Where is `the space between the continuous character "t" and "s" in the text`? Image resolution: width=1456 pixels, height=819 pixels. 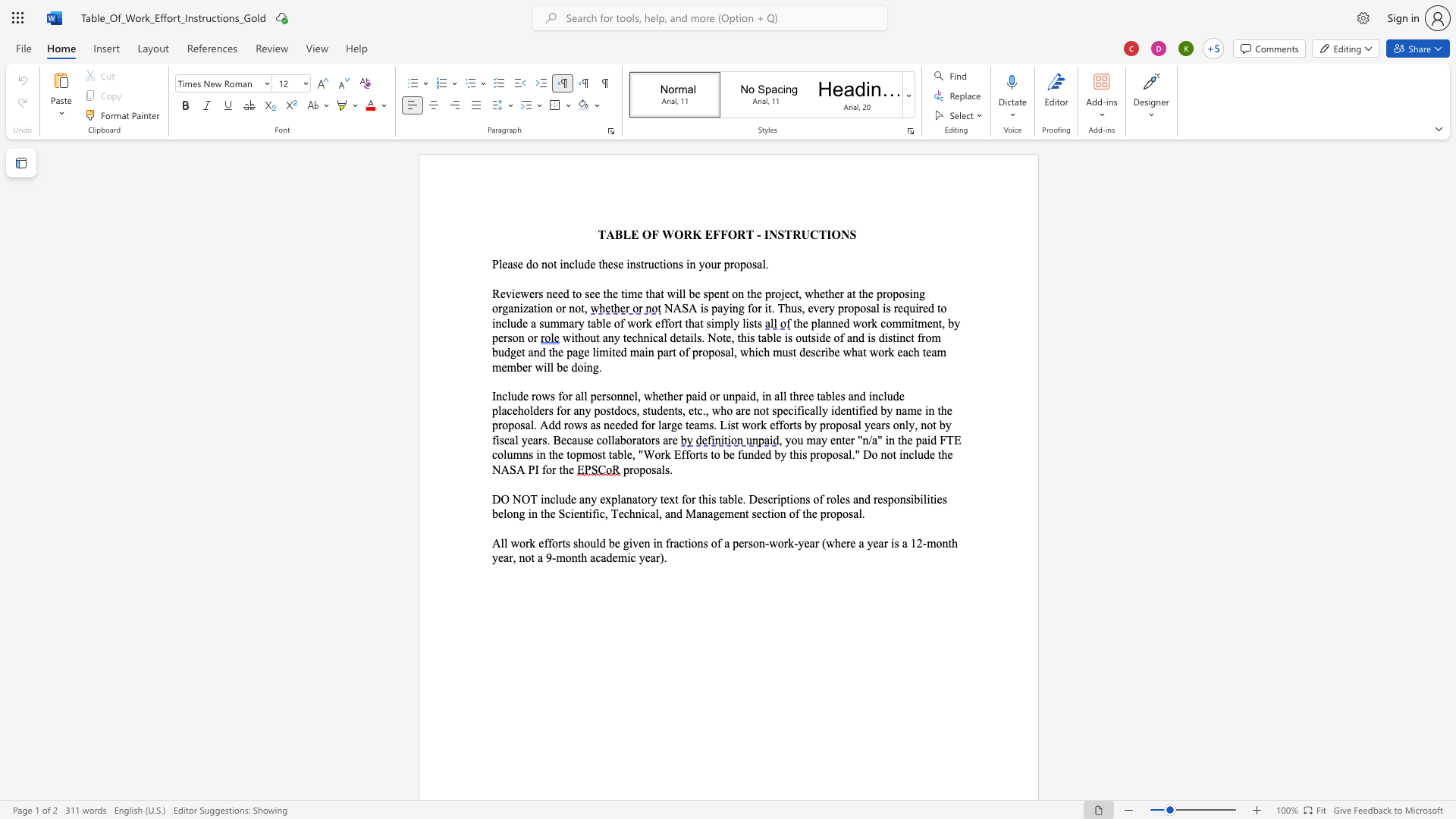
the space between the continuous character "t" and "s" in the text is located at coordinates (565, 542).